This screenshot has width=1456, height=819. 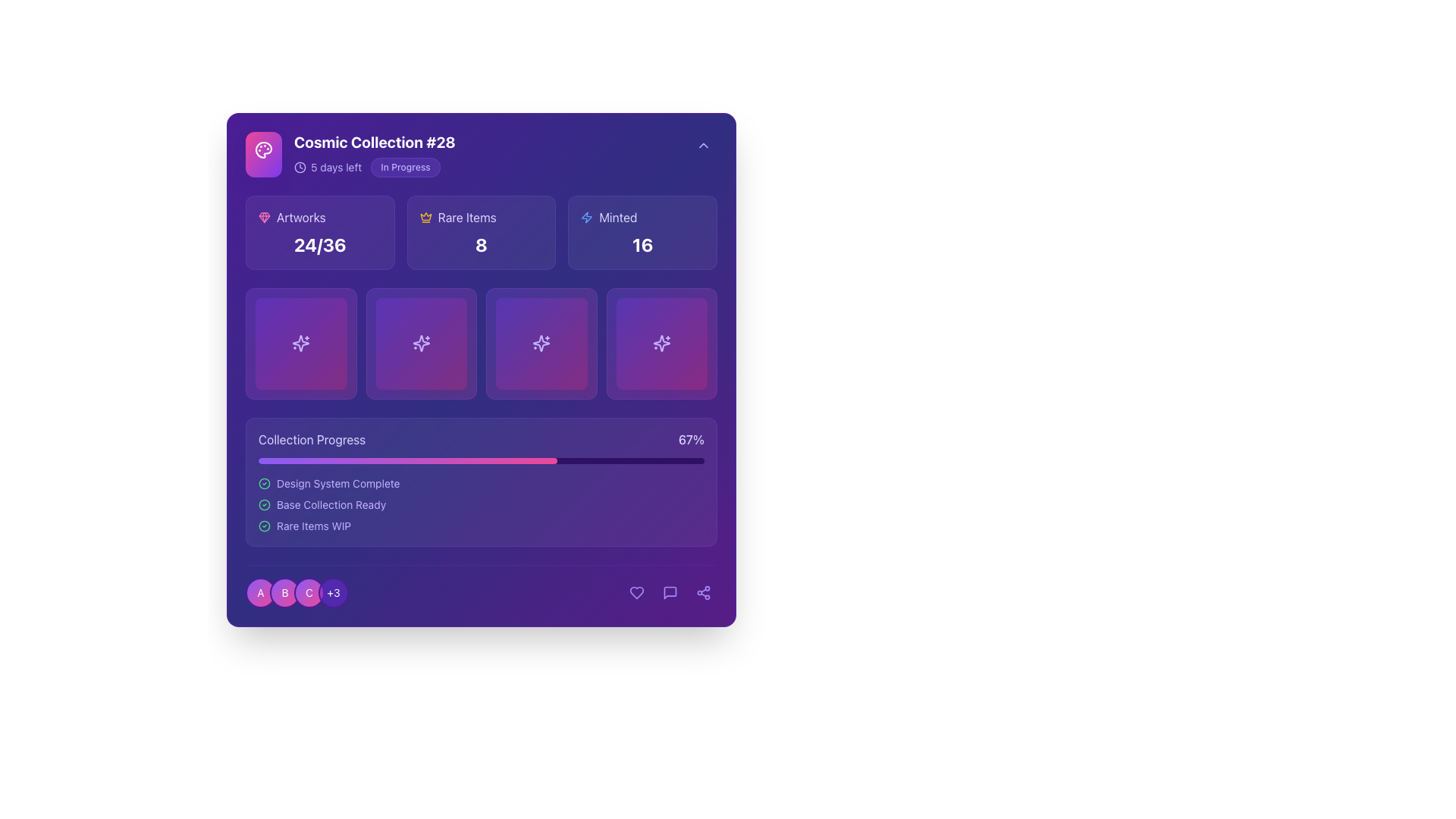 I want to click on status items in the List item section under 'Collection Progress', which includes 'Design System Complete', 'Base Collection Ready', and 'Rare Items WIP', so click(x=480, y=504).